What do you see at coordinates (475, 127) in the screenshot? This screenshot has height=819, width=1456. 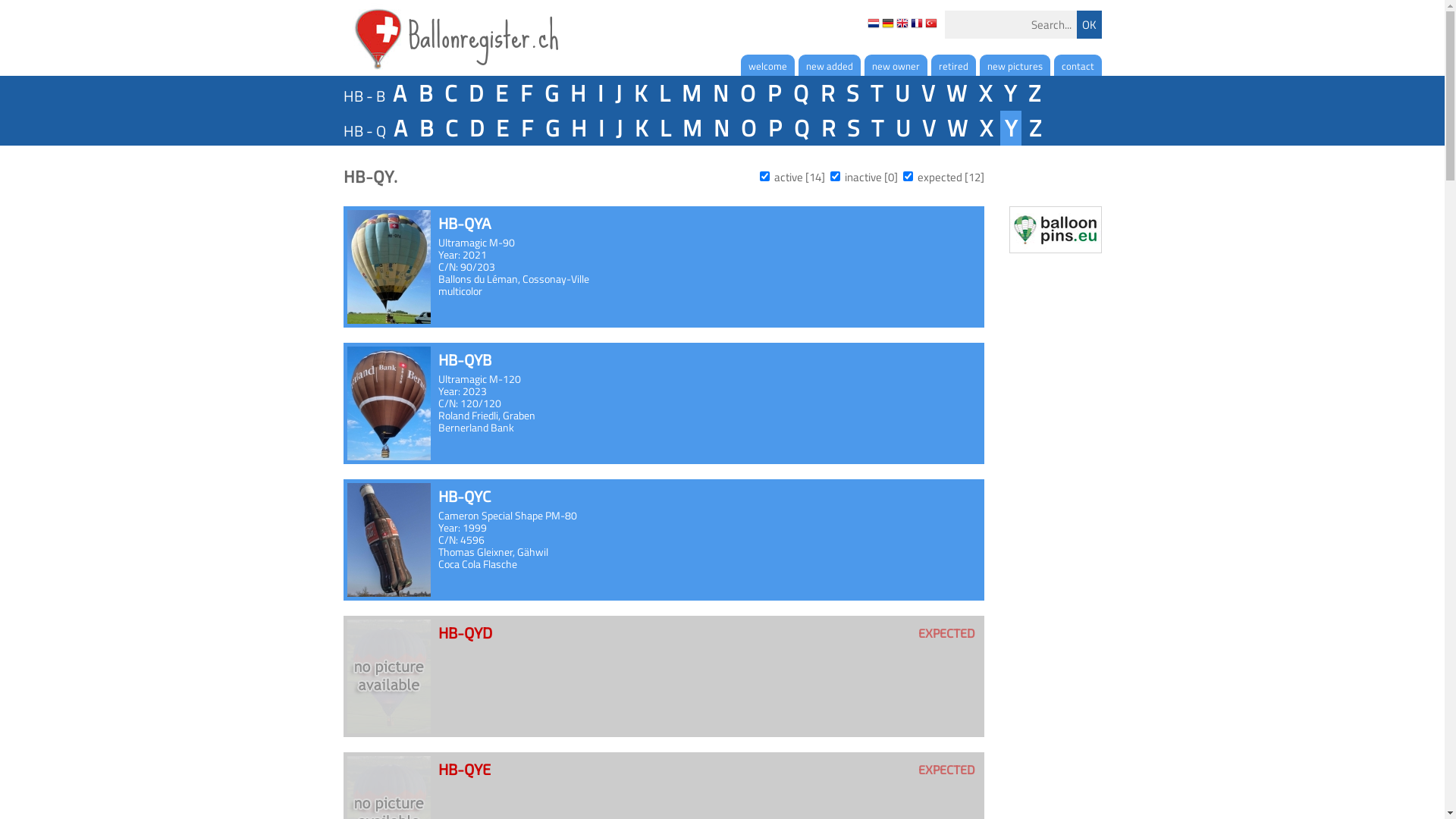 I see `'D'` at bounding box center [475, 127].